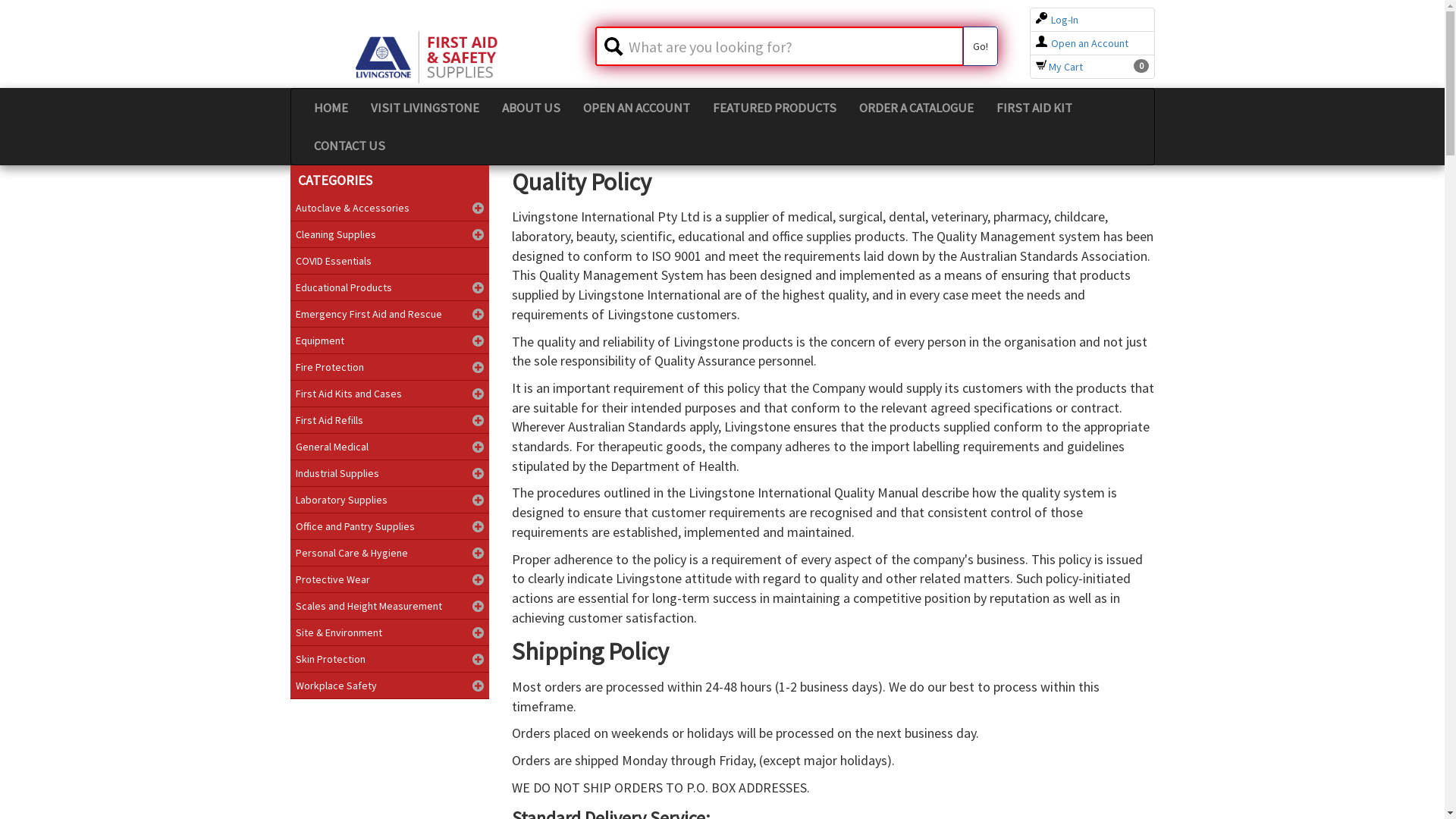 This screenshot has height=819, width=1456. Describe the element at coordinates (980, 45) in the screenshot. I see `'Go!'` at that location.